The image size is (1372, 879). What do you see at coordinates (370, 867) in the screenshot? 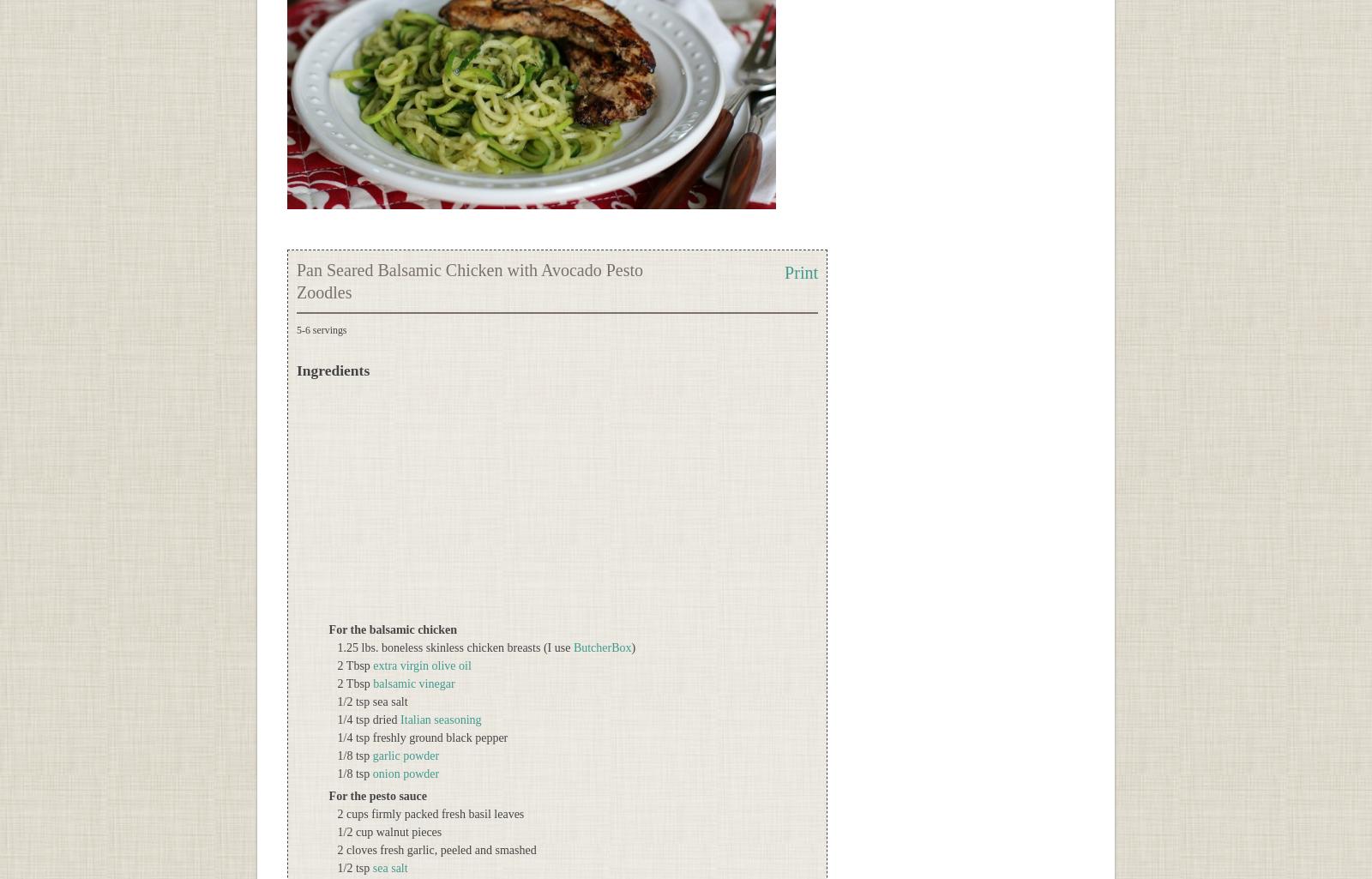
I see `'sea salt'` at bounding box center [370, 867].